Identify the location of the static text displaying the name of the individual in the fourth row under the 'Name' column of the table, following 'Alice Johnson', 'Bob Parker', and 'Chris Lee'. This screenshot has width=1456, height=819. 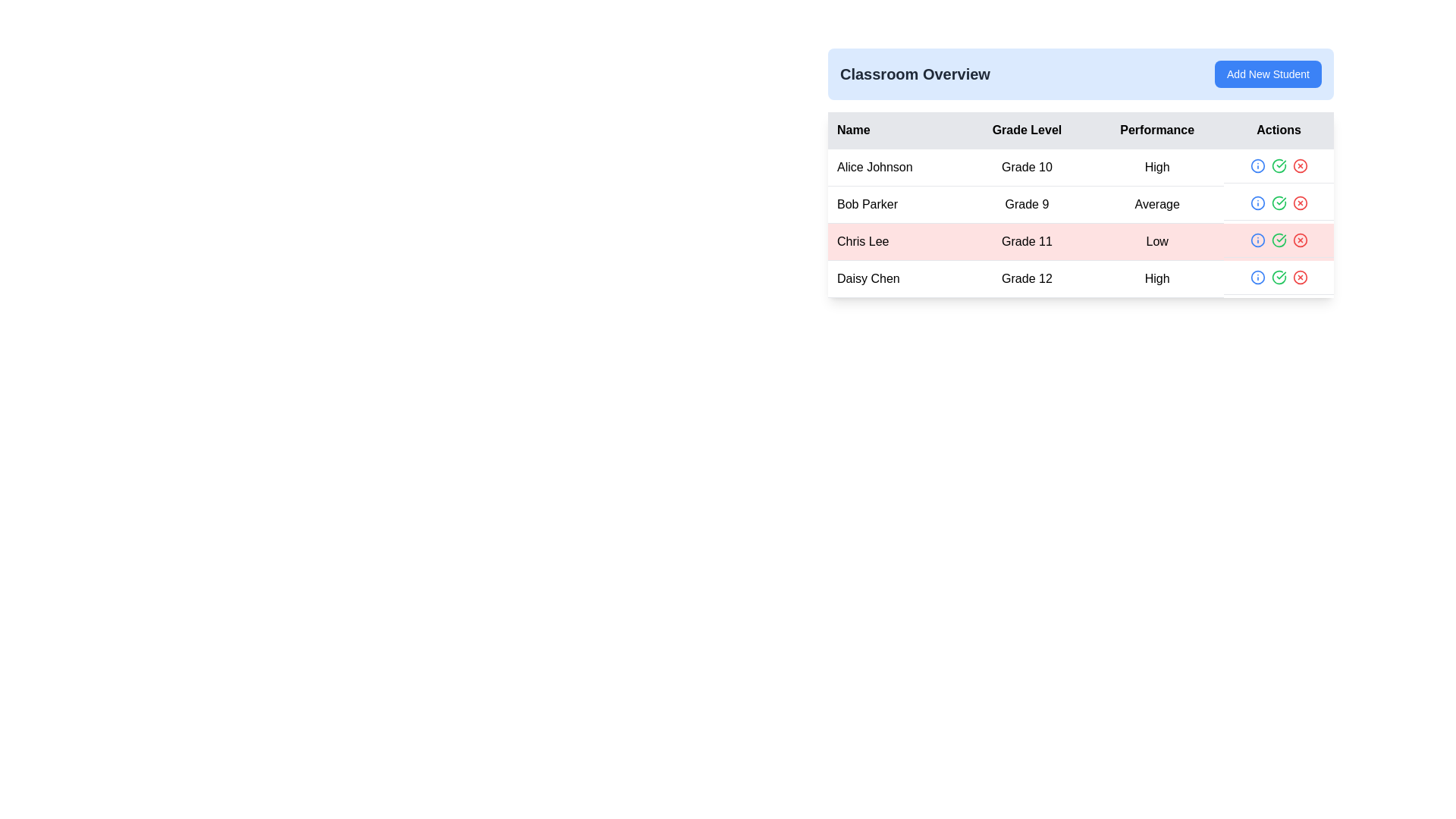
(896, 278).